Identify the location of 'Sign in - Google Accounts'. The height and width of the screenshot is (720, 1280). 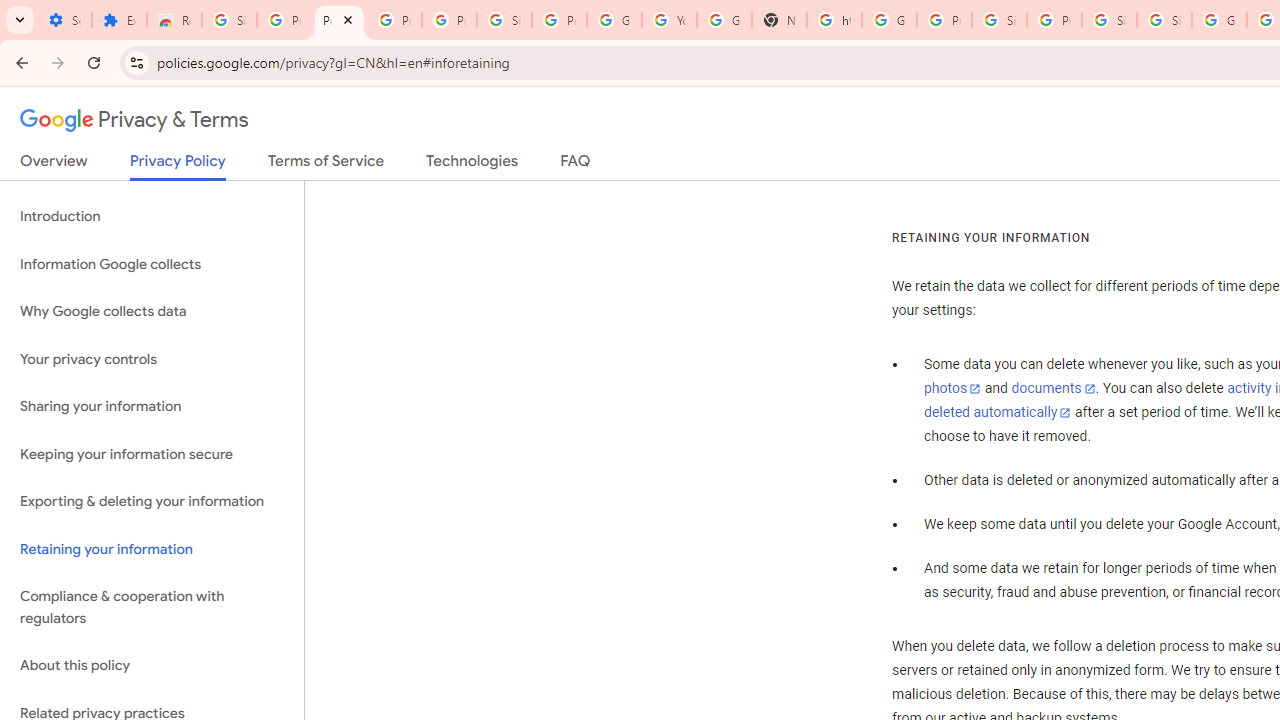
(1108, 20).